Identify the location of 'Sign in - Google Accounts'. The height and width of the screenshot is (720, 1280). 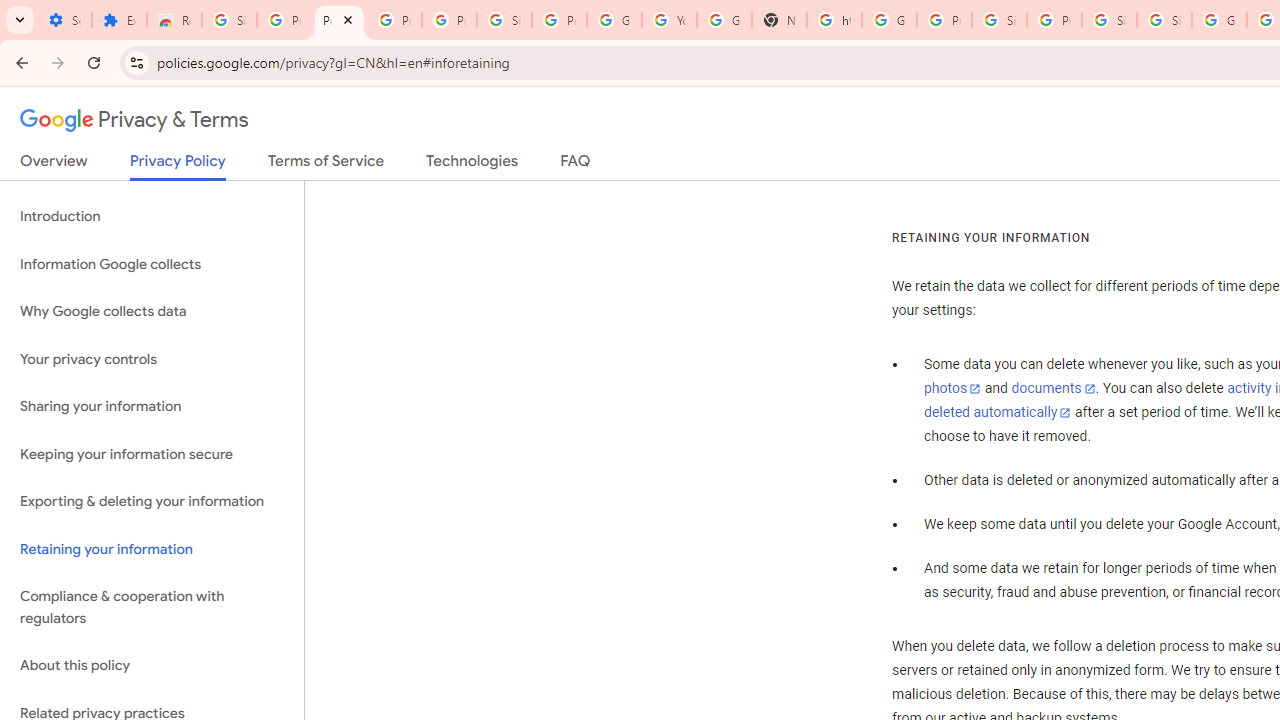
(1108, 20).